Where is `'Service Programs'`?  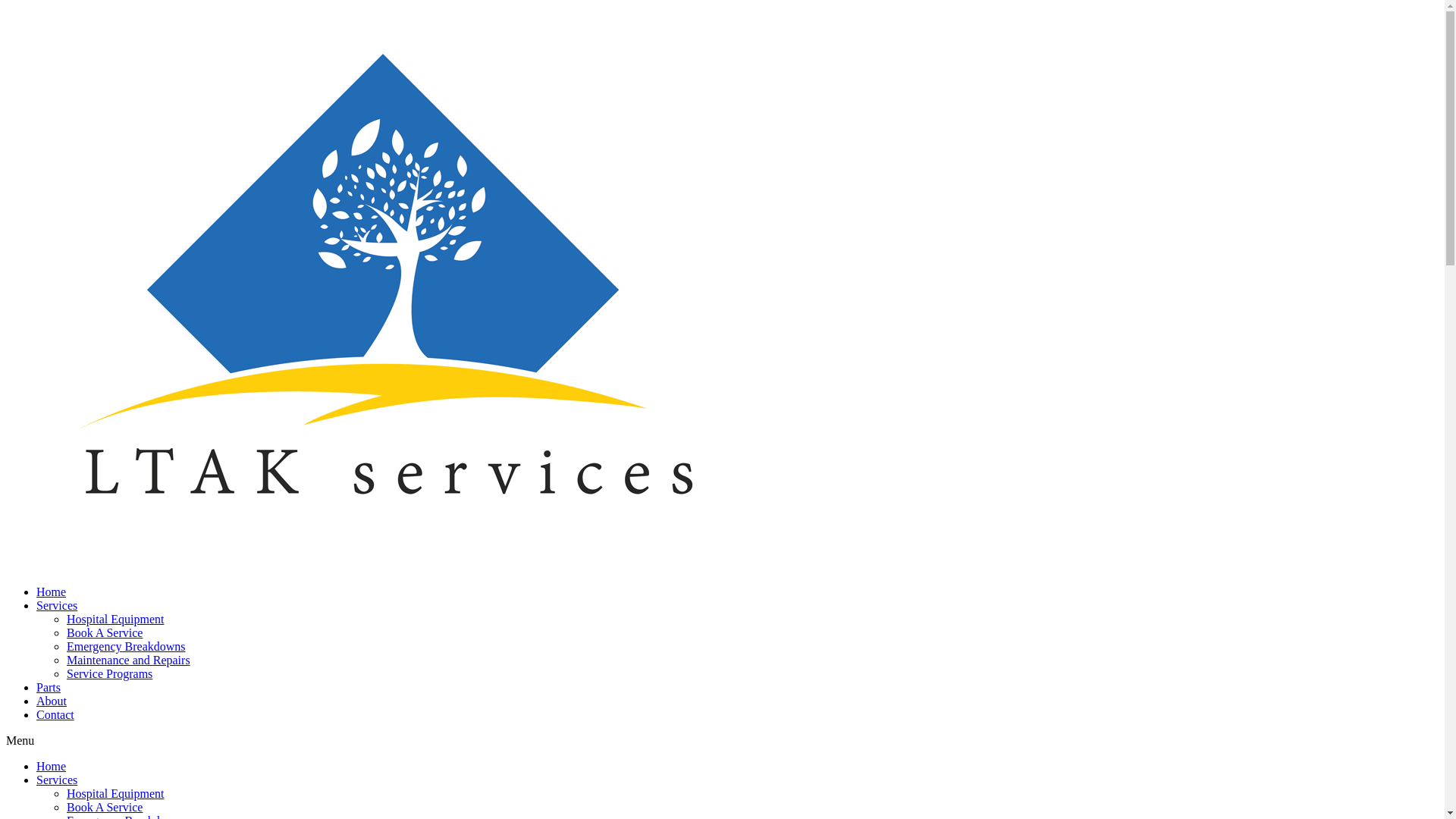
'Service Programs' is located at coordinates (108, 673).